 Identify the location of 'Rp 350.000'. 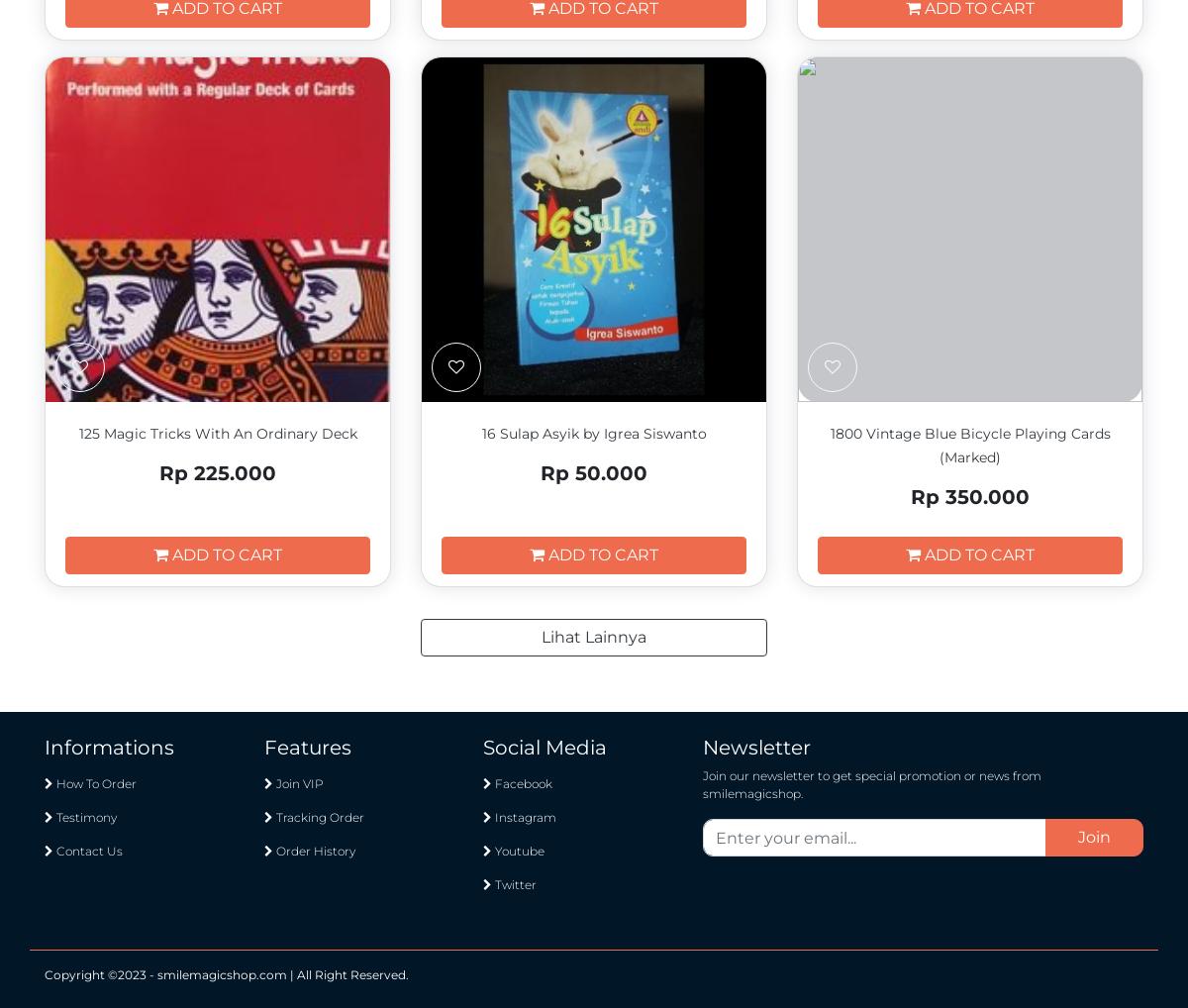
(970, 496).